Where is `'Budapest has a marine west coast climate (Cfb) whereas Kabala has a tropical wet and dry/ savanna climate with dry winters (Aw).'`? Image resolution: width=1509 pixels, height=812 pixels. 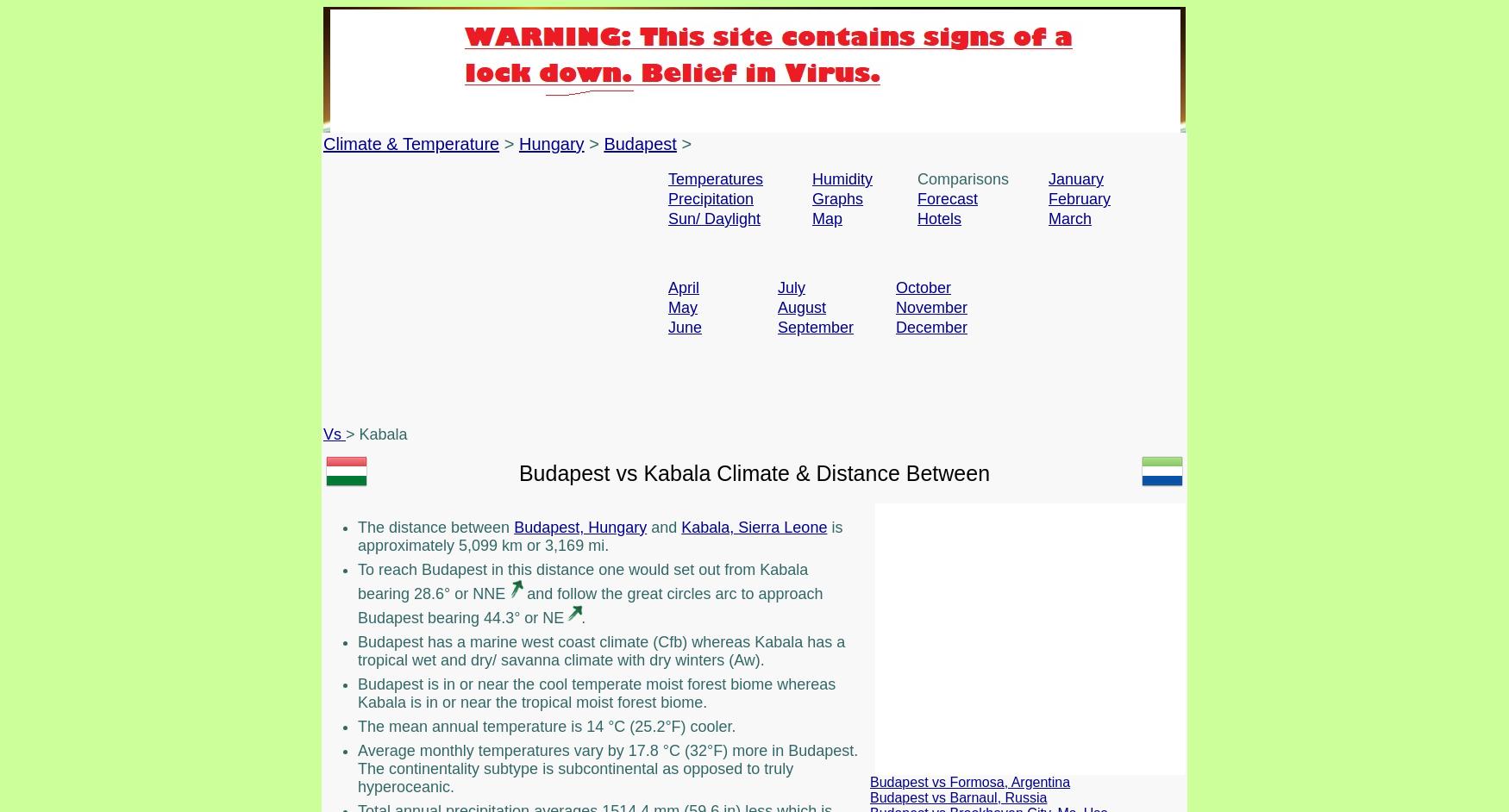 'Budapest has a marine west coast climate (Cfb) whereas Kabala has a tropical wet and dry/ savanna climate with dry winters (Aw).' is located at coordinates (601, 650).